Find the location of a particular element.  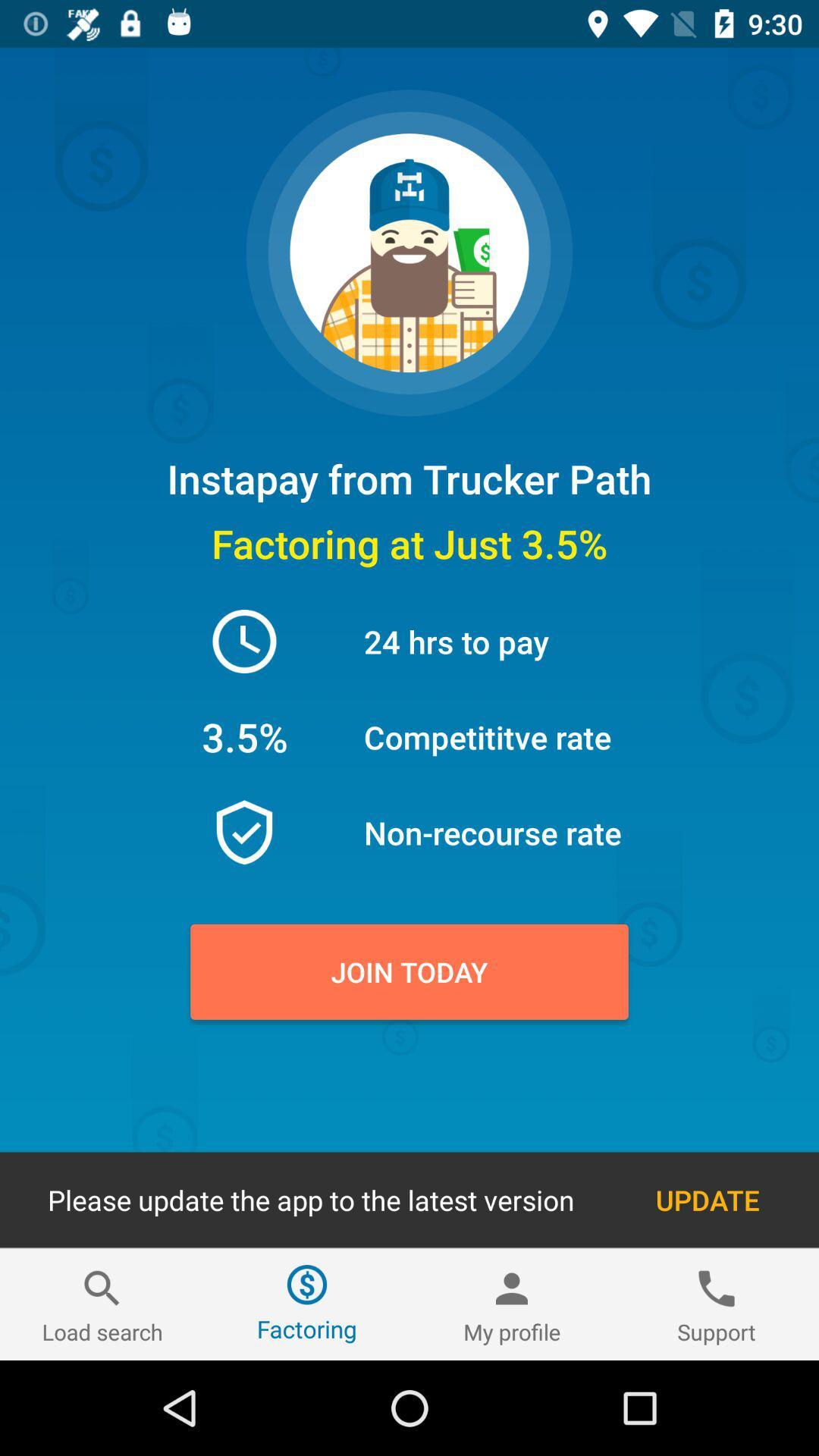

the icon above update is located at coordinates (409, 971).